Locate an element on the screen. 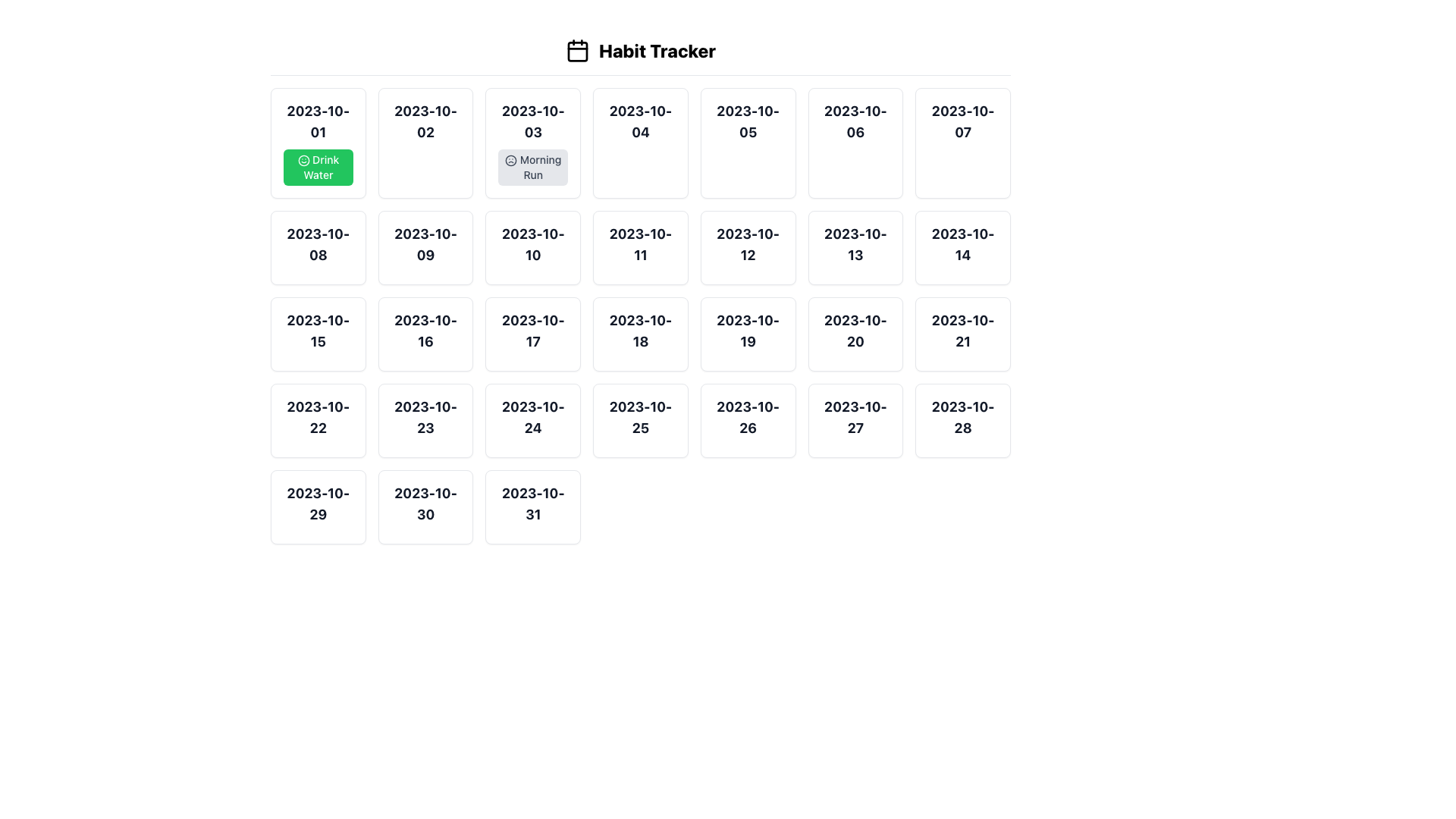  the List item in the grid representing the calendar day box for '2023-10-21', located at row 4, column 6 is located at coordinates (962, 333).